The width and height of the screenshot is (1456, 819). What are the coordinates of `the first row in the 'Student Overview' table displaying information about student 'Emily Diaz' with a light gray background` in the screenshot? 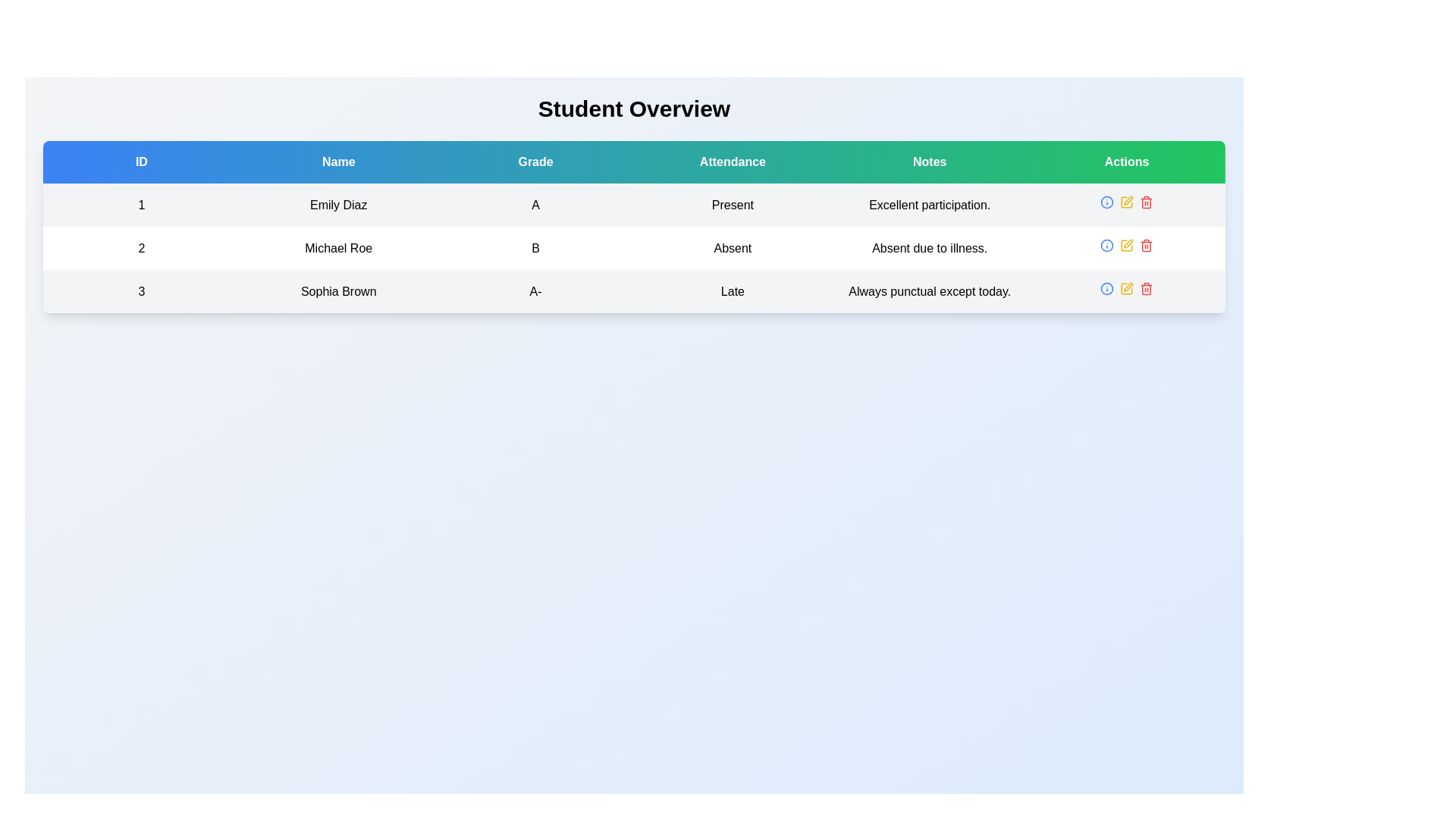 It's located at (634, 205).